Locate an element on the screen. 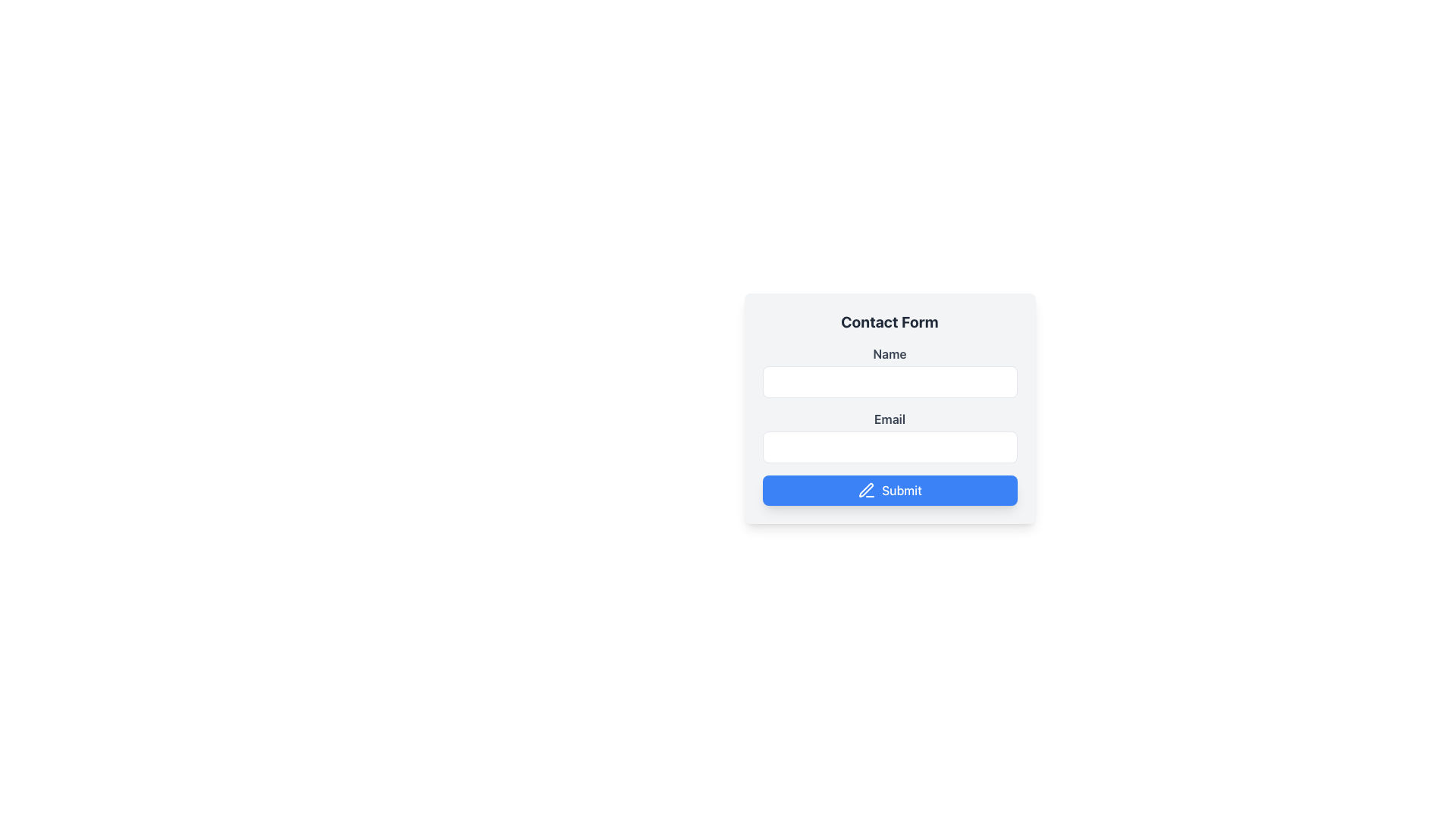  the pen or edit icon located to the left of the 'Submit' button on a blue background is located at coordinates (867, 491).